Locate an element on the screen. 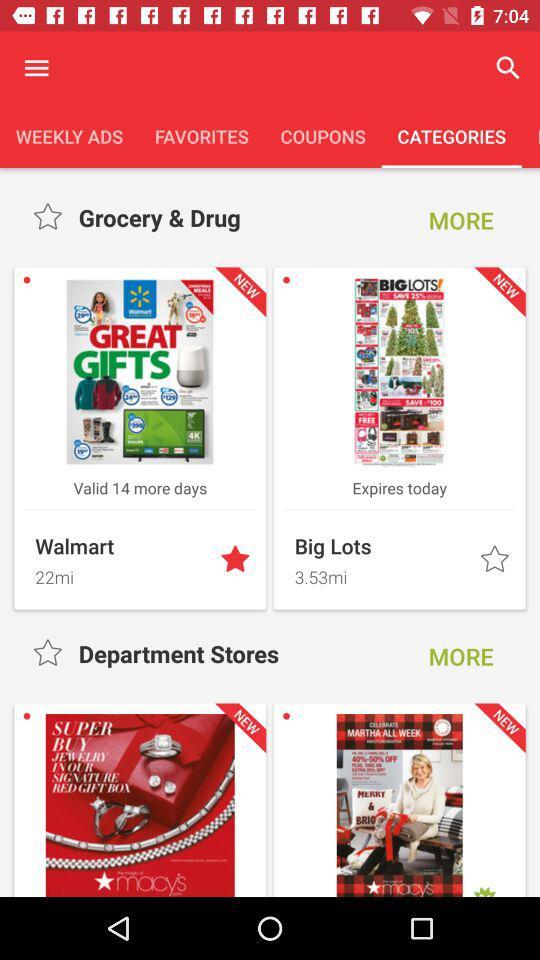 The height and width of the screenshot is (960, 540). to favorites is located at coordinates (237, 560).